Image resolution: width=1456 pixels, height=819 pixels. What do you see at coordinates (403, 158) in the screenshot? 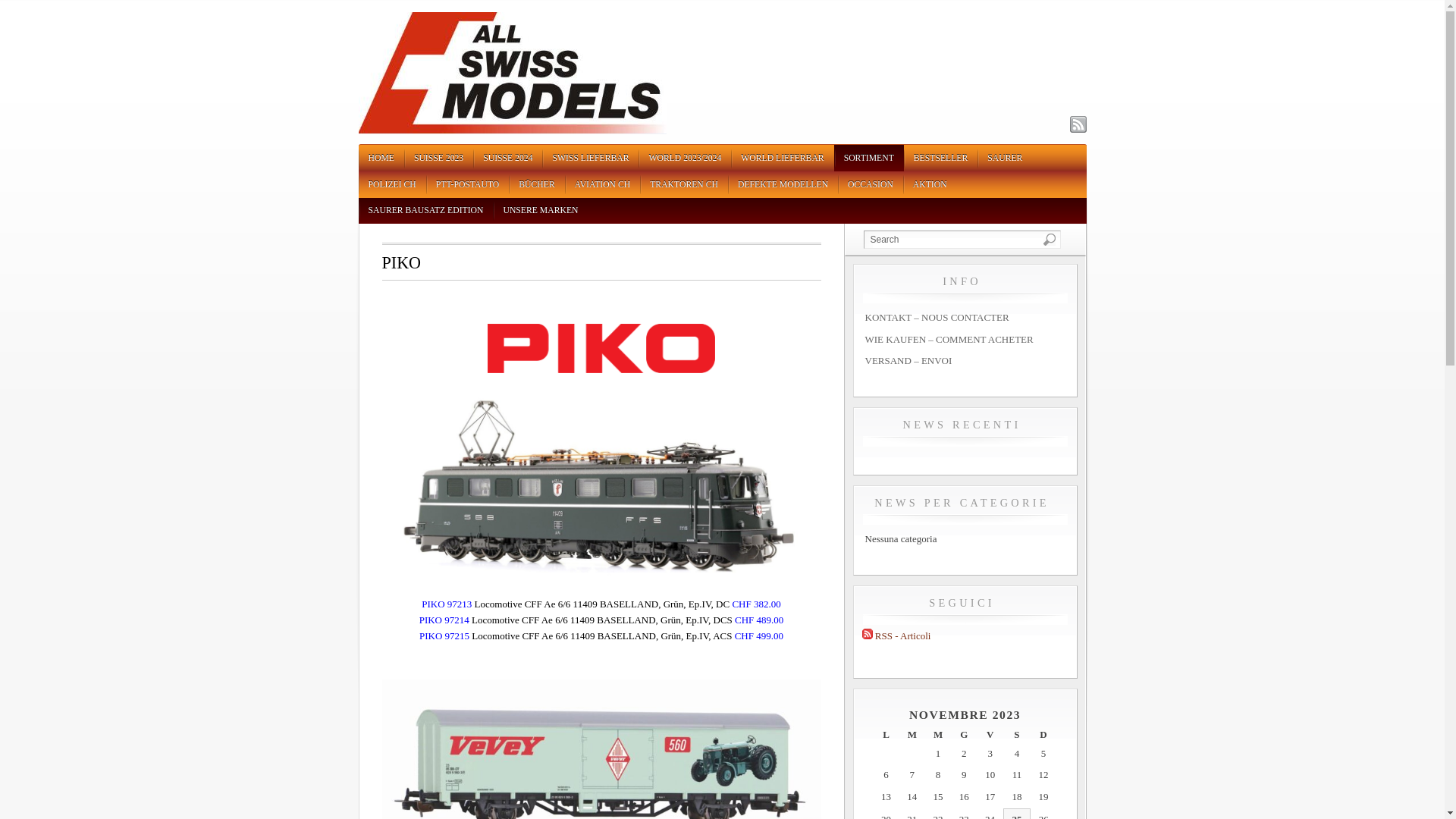
I see `'SUISSE 2023'` at bounding box center [403, 158].